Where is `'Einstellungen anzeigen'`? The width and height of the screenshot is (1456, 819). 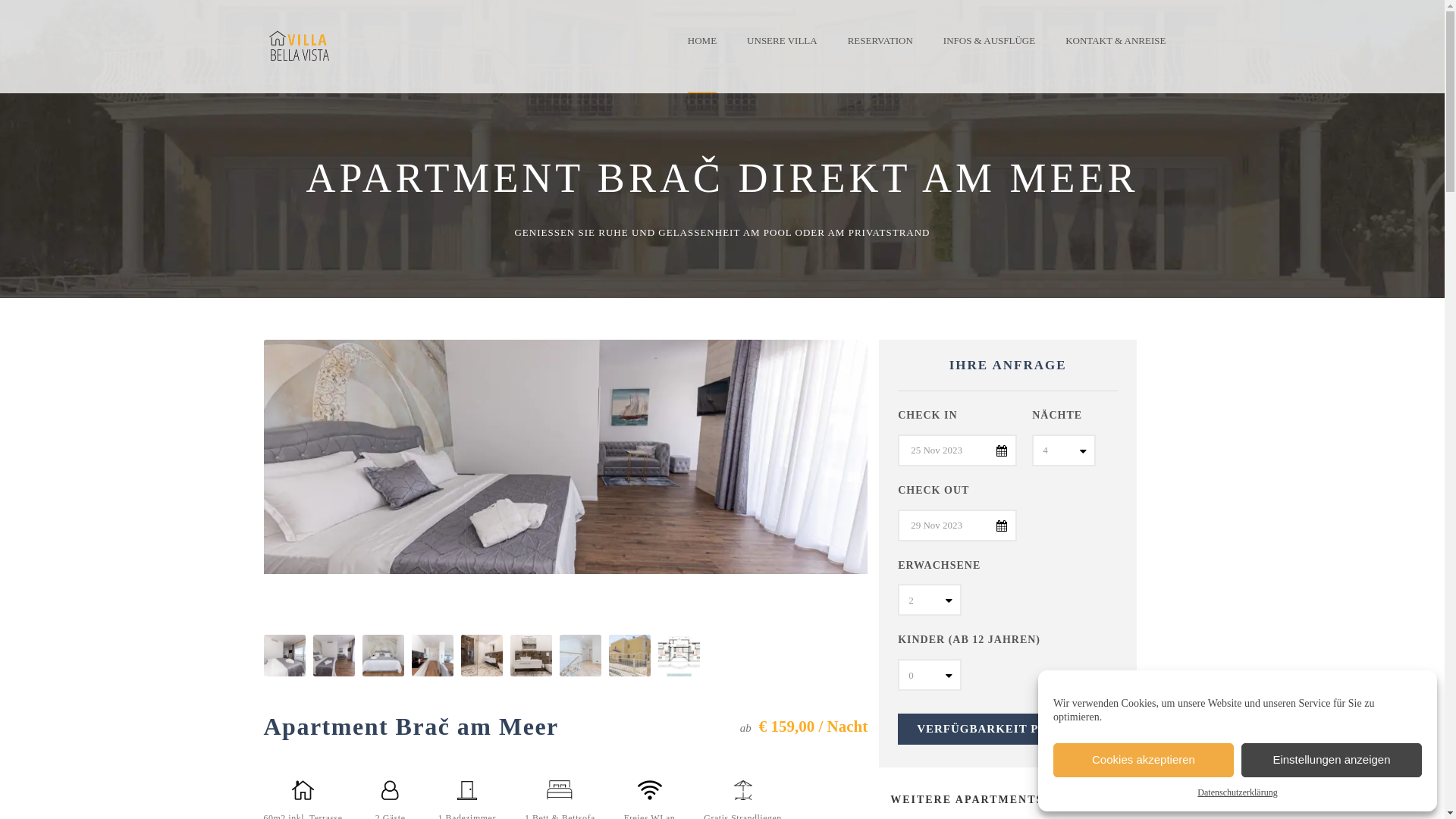 'Einstellungen anzeigen' is located at coordinates (1331, 760).